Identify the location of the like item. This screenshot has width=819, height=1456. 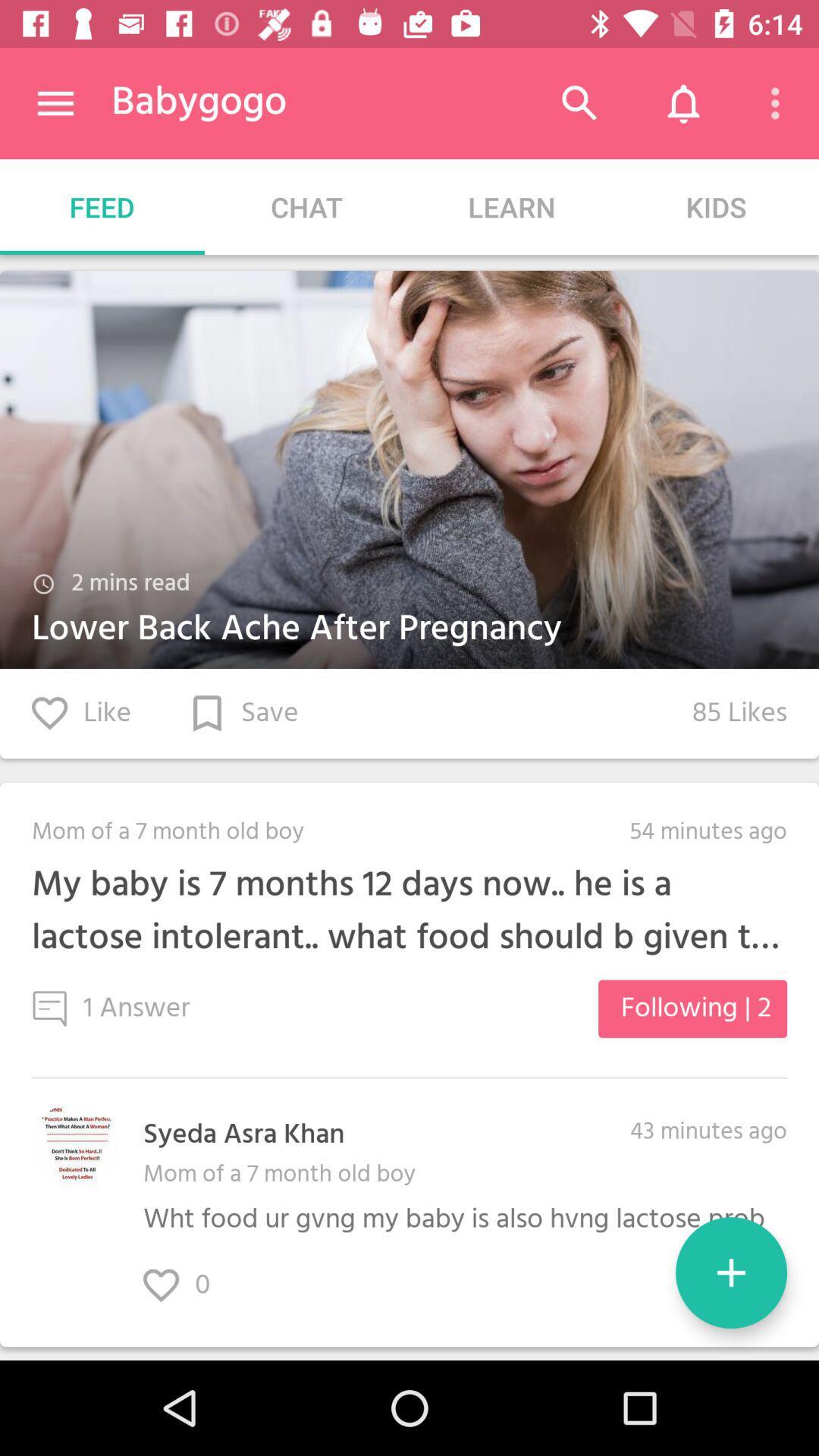
(81, 713).